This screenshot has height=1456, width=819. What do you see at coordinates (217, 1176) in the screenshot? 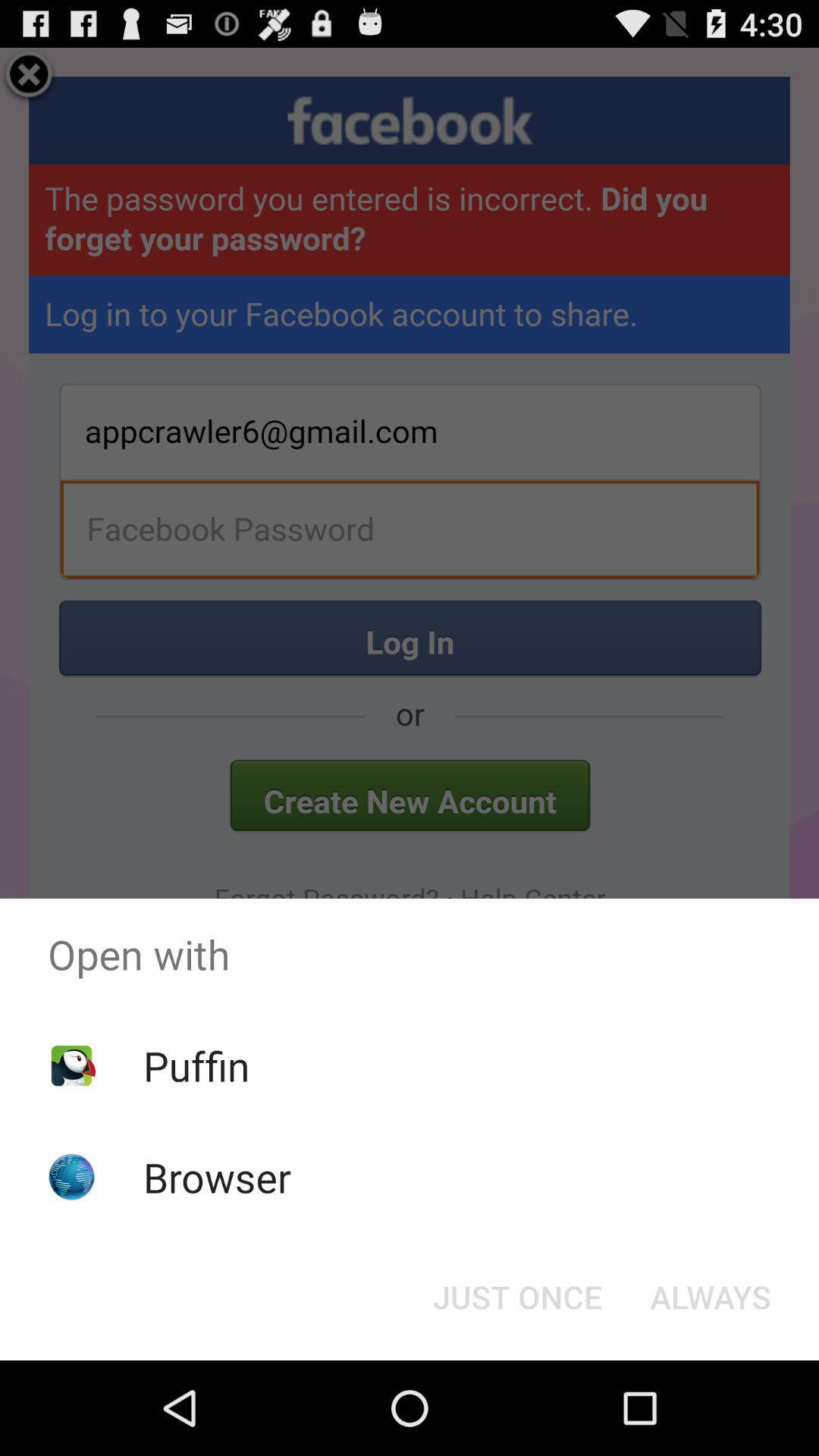
I see `browser app` at bounding box center [217, 1176].